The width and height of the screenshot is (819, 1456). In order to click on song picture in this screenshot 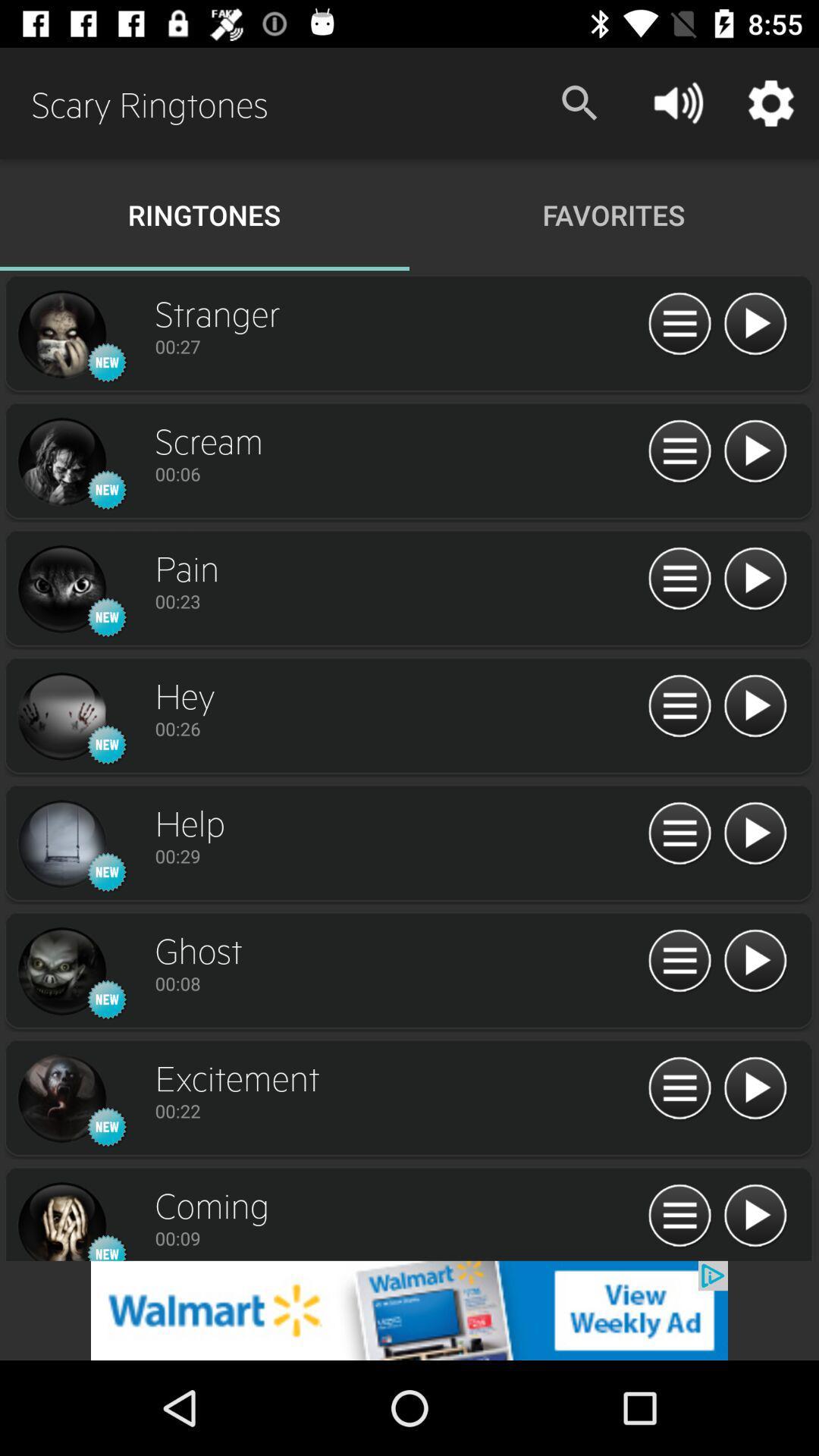, I will do `click(61, 716)`.